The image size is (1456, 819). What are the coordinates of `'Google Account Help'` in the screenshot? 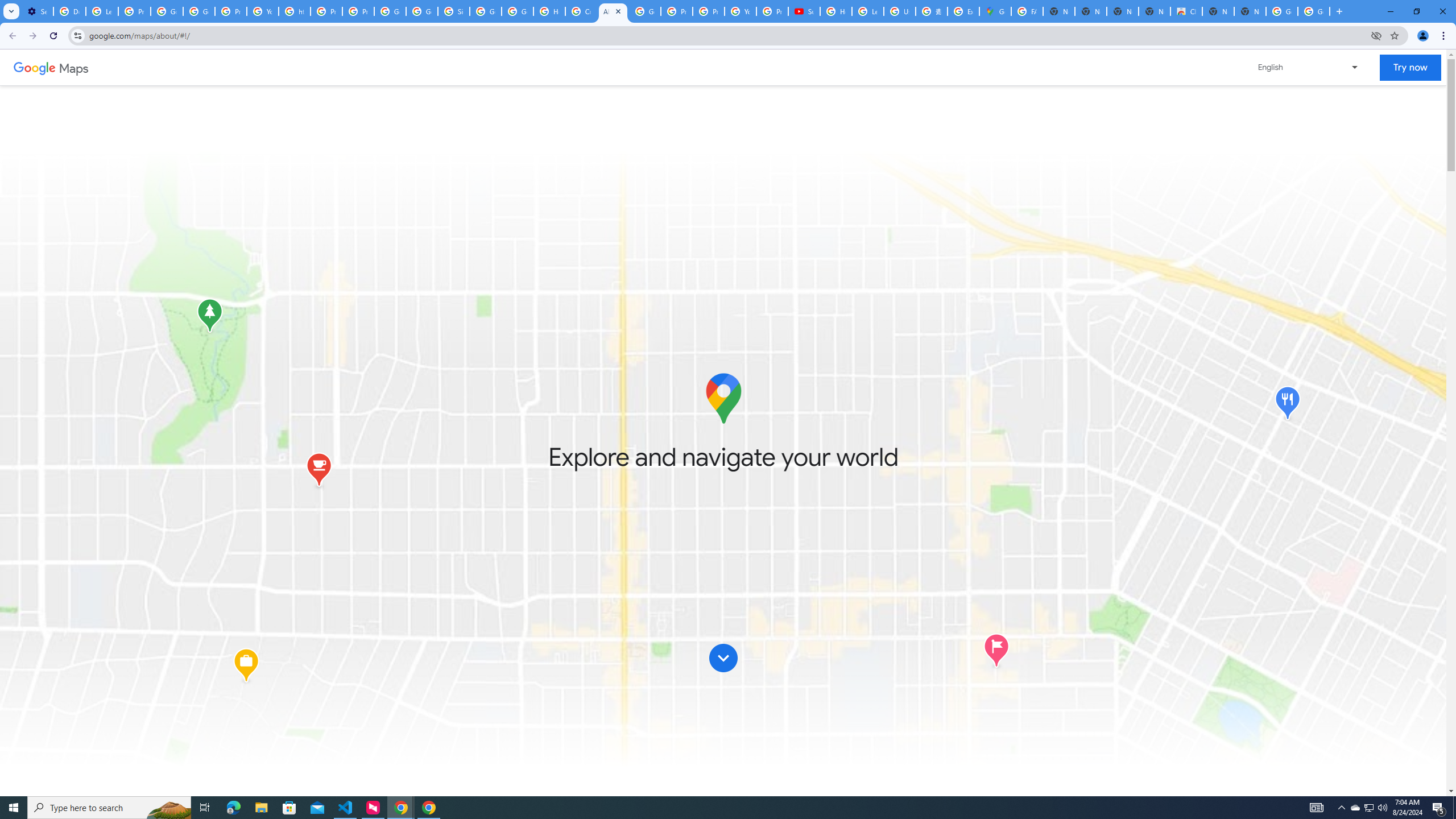 It's located at (167, 11).